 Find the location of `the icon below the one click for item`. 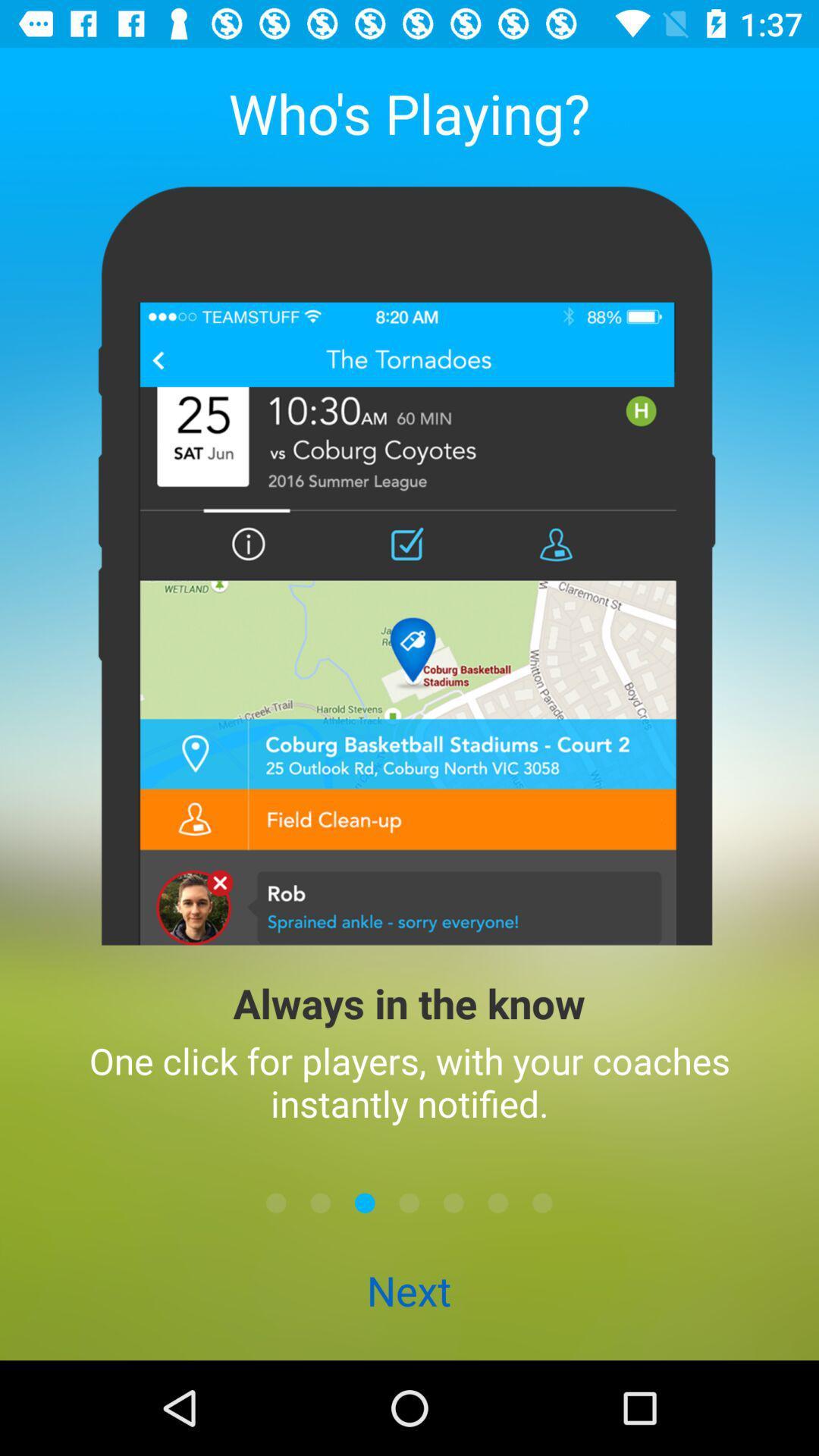

the icon below the one click for item is located at coordinates (276, 1202).